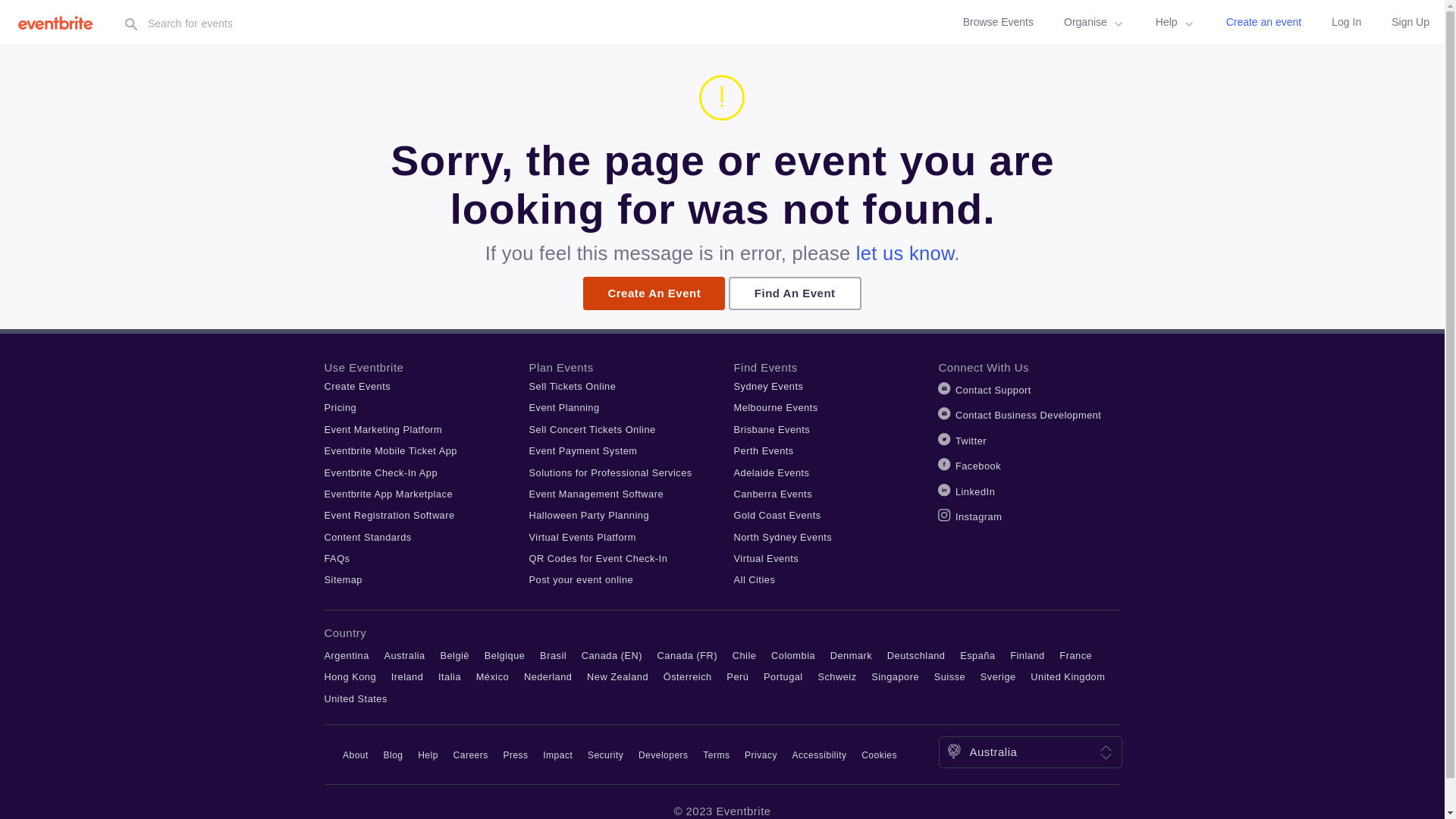 The height and width of the screenshot is (819, 1456). Describe the element at coordinates (998, 676) in the screenshot. I see `'Sverige'` at that location.